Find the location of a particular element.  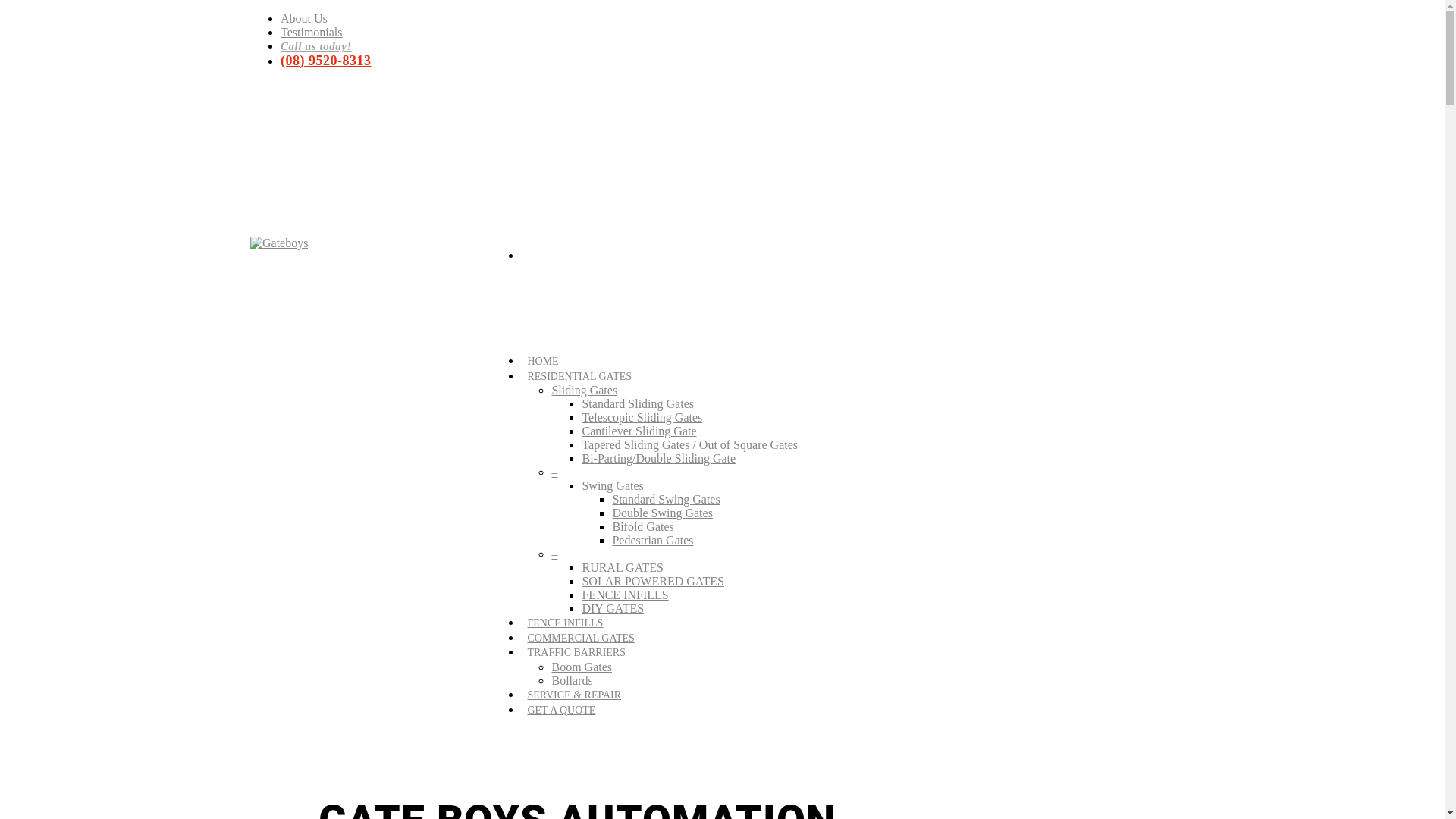

'Testimonials' is located at coordinates (311, 32).